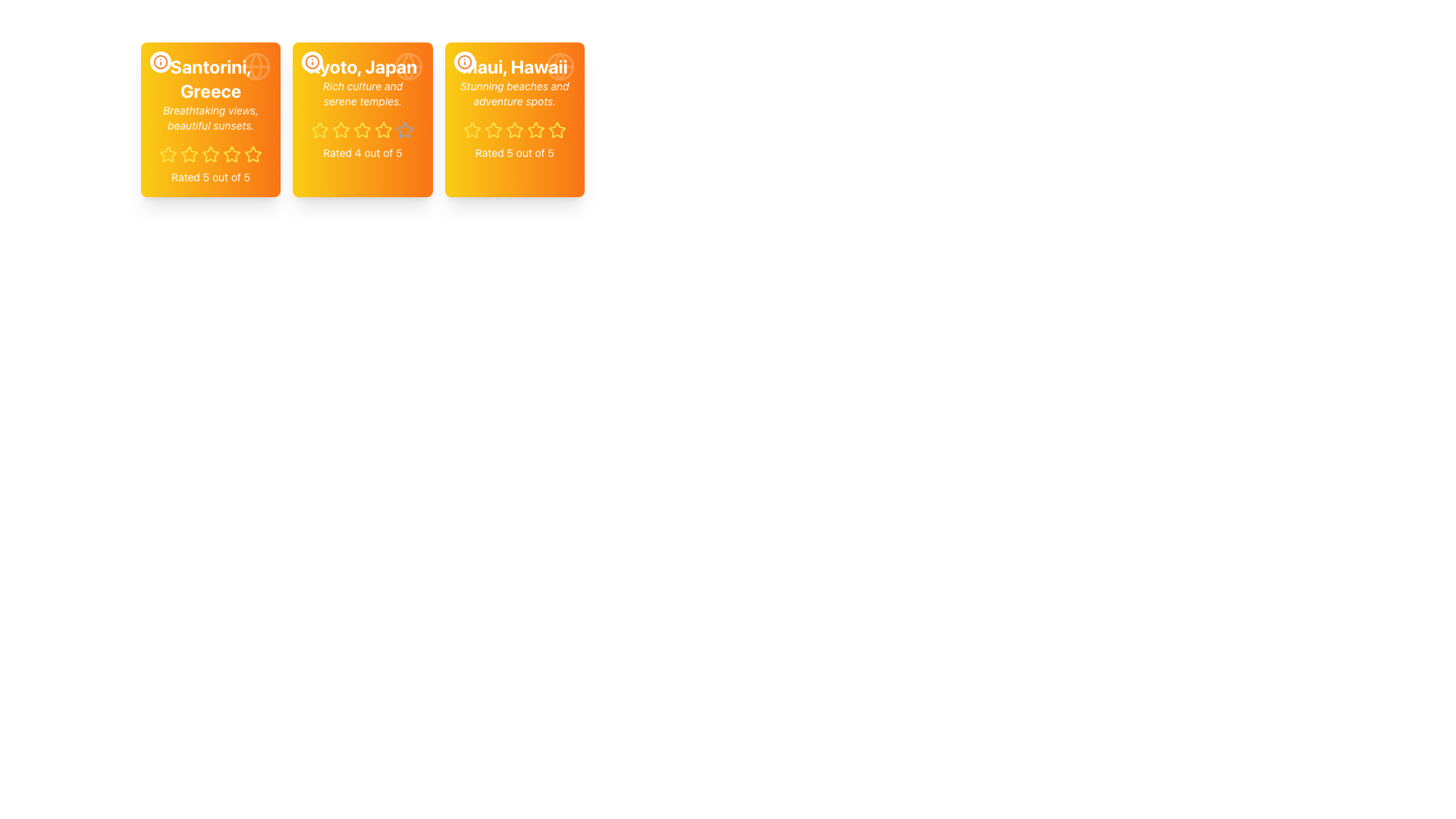 This screenshot has width=1456, height=819. What do you see at coordinates (514, 130) in the screenshot?
I see `the star in the Rating Stars element located on the 'Maui, Hawaii' card, positioned underneath 'Stunning beaches and adventure spots.'` at bounding box center [514, 130].